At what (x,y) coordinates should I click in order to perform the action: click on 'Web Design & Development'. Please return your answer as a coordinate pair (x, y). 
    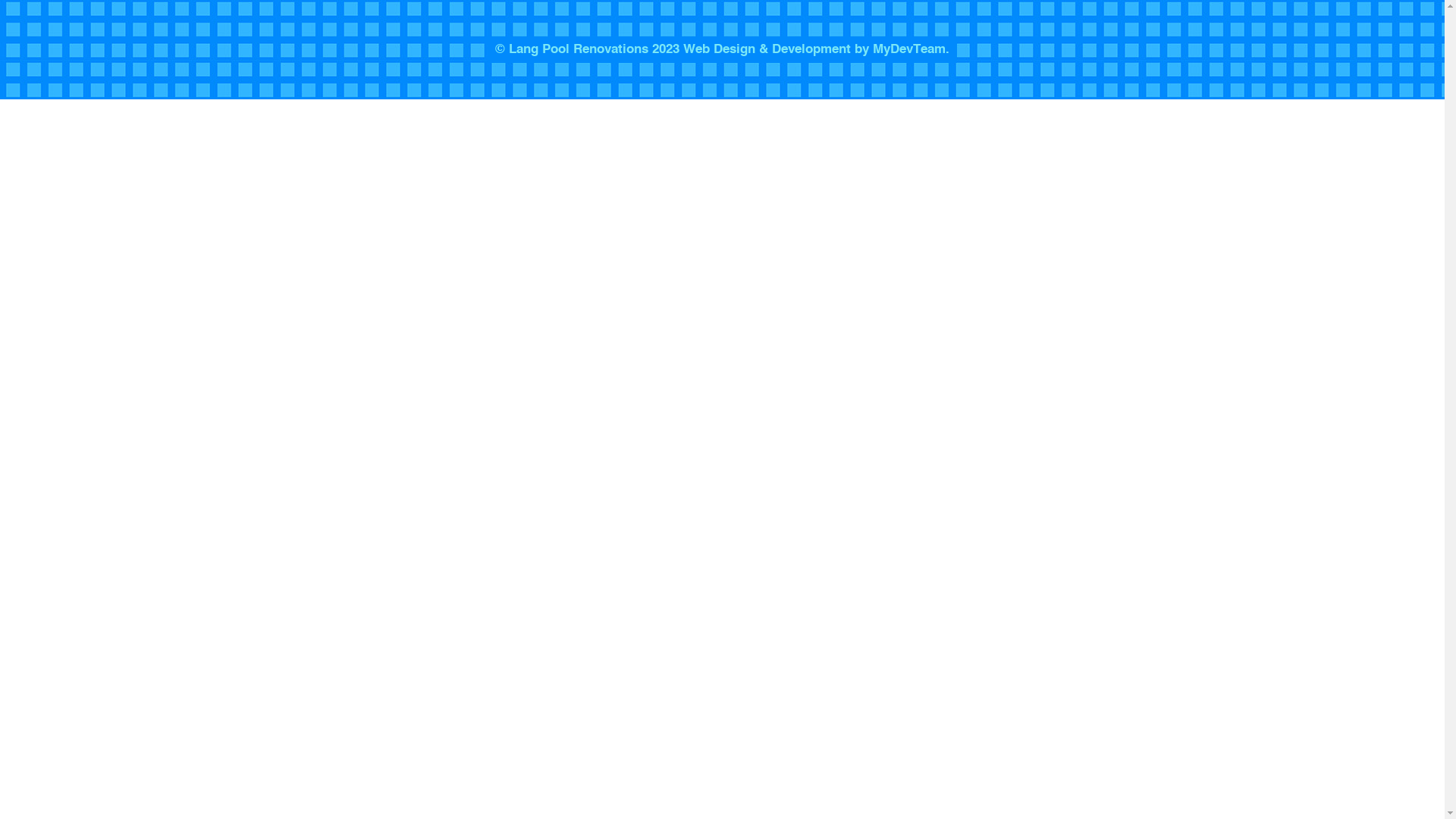
    Looking at the image, I should click on (767, 49).